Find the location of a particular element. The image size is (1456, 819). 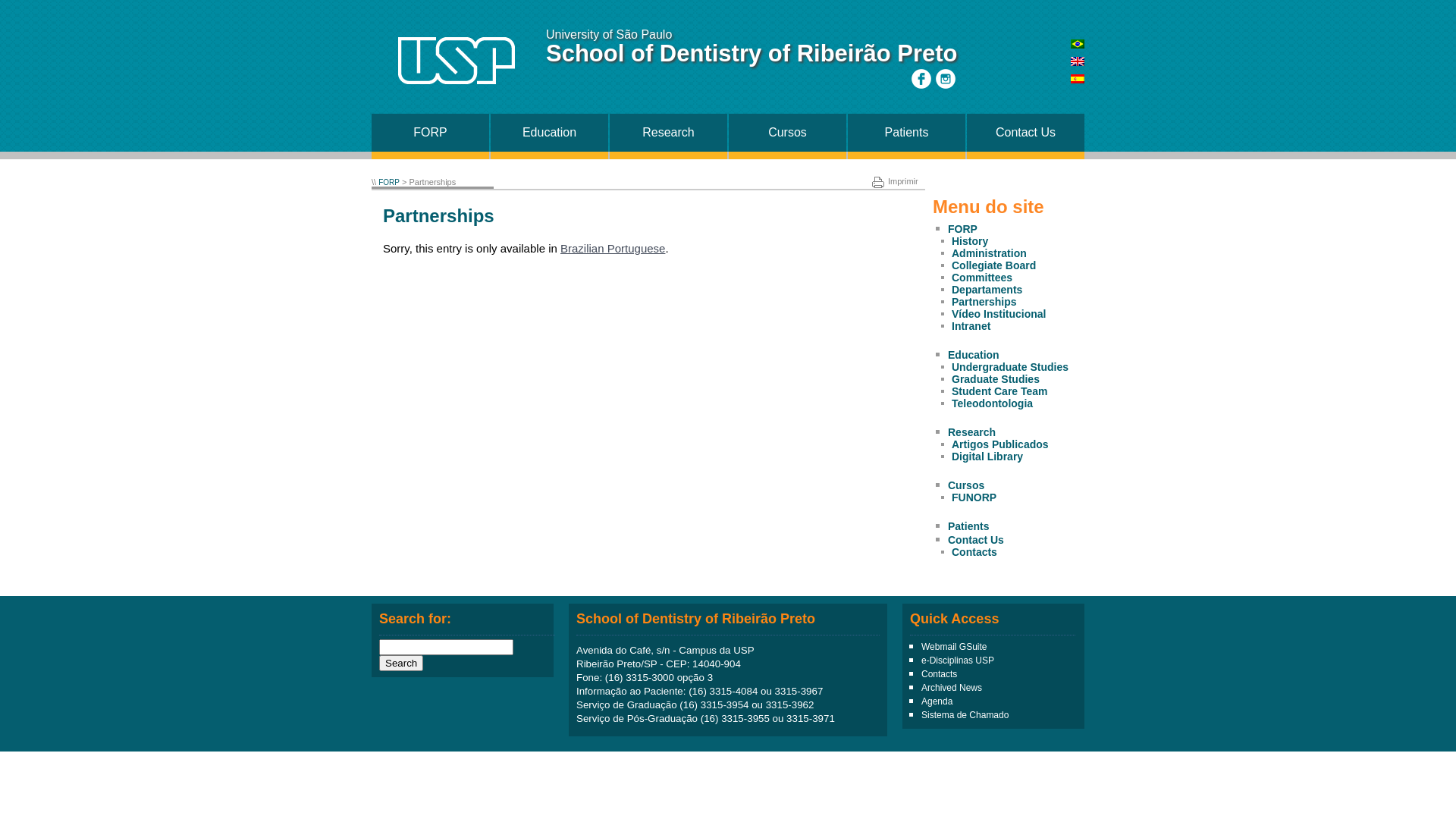

'e-Disciplinas USP' is located at coordinates (920, 660).